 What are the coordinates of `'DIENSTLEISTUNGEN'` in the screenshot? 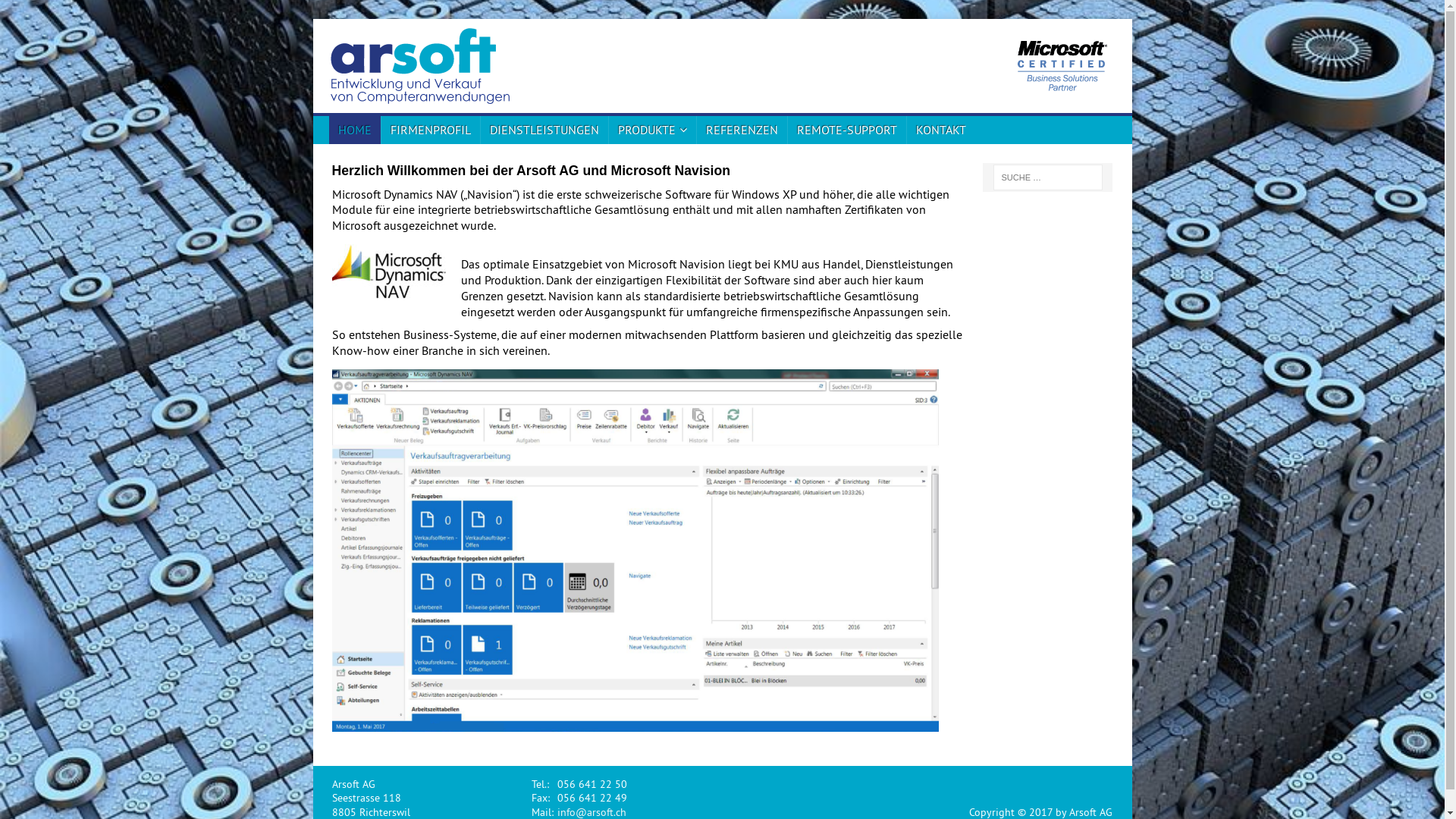 It's located at (479, 129).